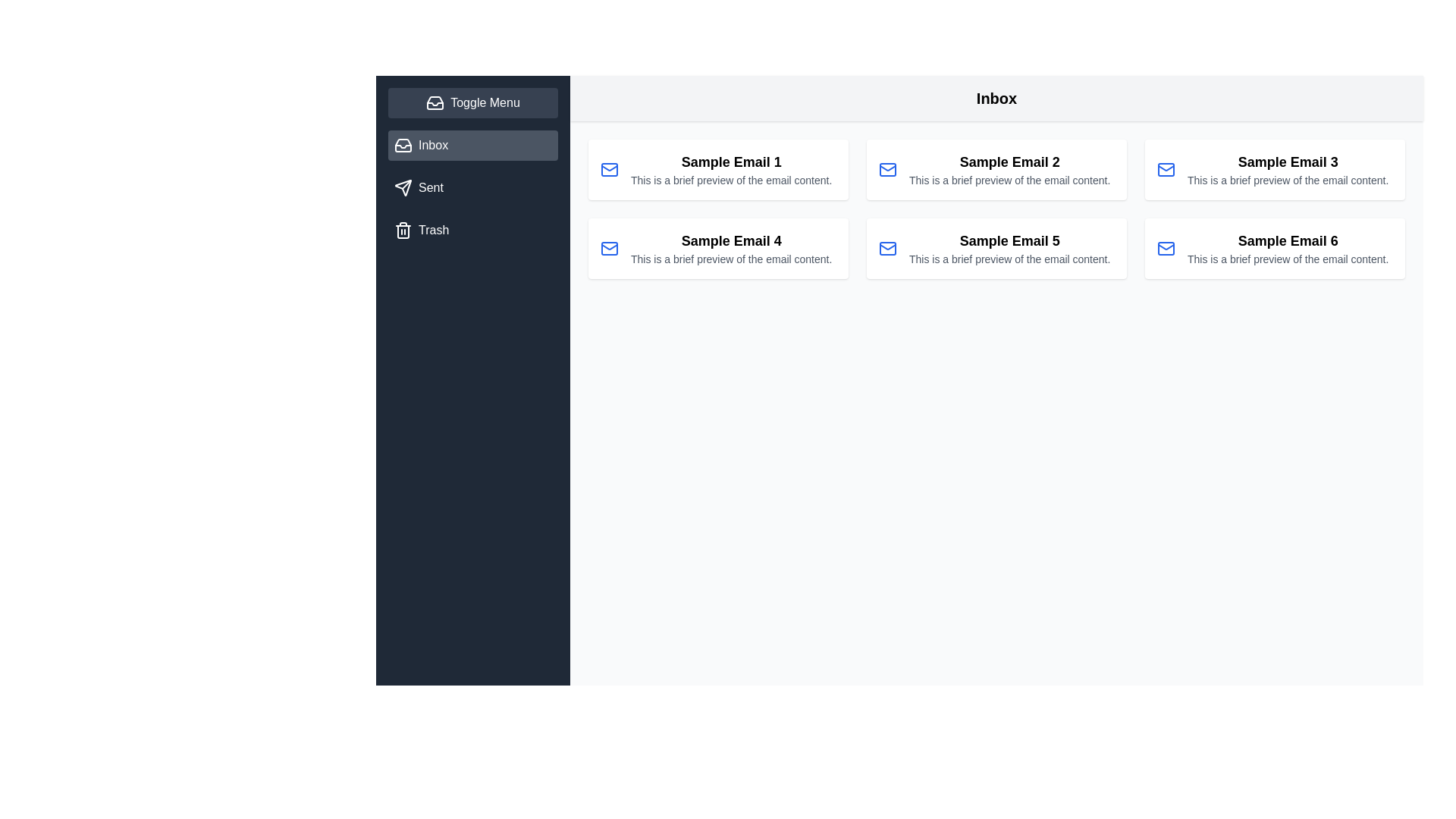 This screenshot has width=1456, height=819. What do you see at coordinates (1287, 169) in the screenshot?
I see `the text block displaying 'Sample Email 3'` at bounding box center [1287, 169].